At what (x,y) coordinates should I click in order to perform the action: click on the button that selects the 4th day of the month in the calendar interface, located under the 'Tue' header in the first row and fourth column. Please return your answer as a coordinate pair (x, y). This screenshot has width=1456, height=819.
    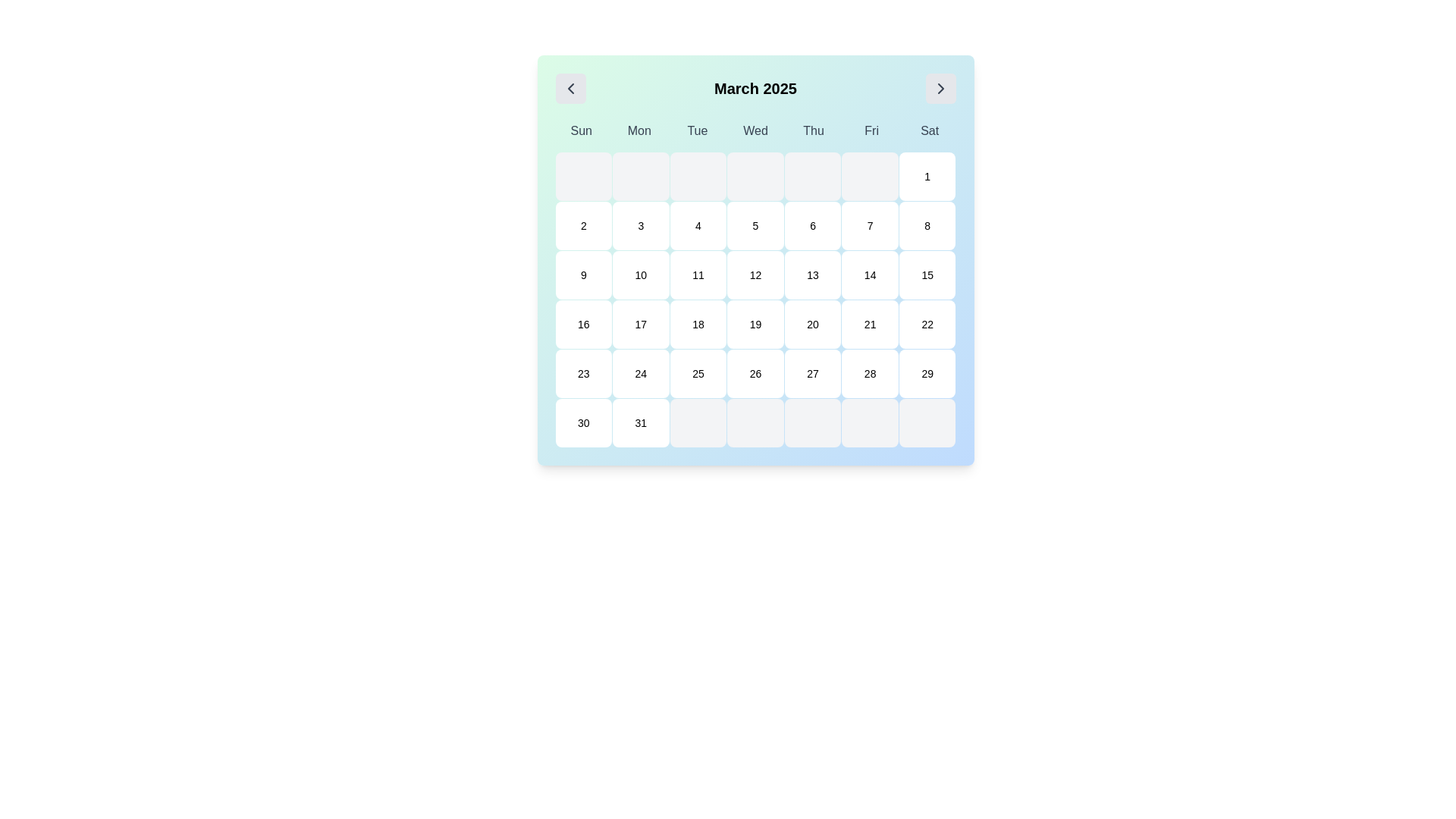
    Looking at the image, I should click on (697, 225).